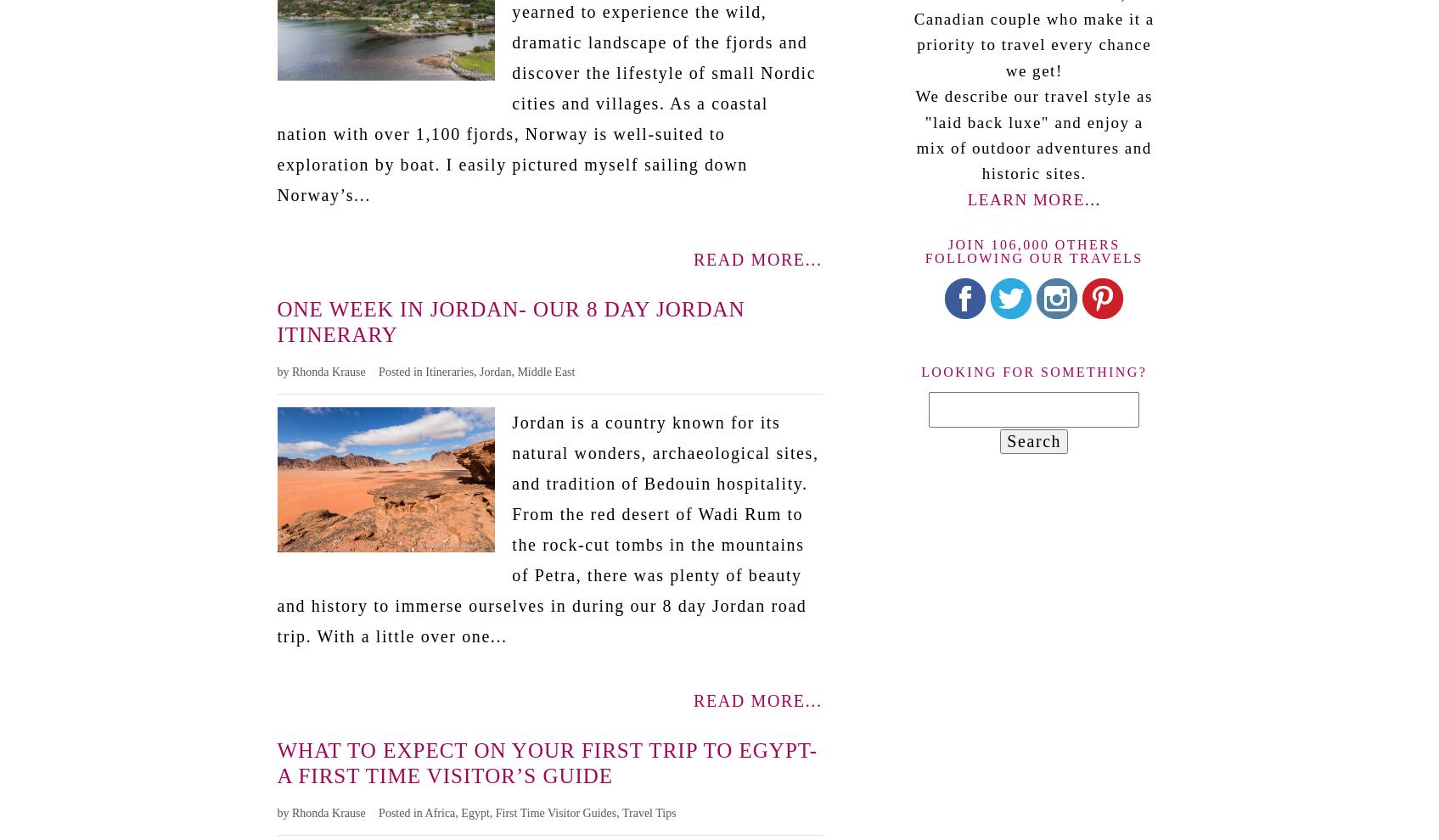 The image size is (1439, 840). I want to click on 'Africa', so click(424, 812).